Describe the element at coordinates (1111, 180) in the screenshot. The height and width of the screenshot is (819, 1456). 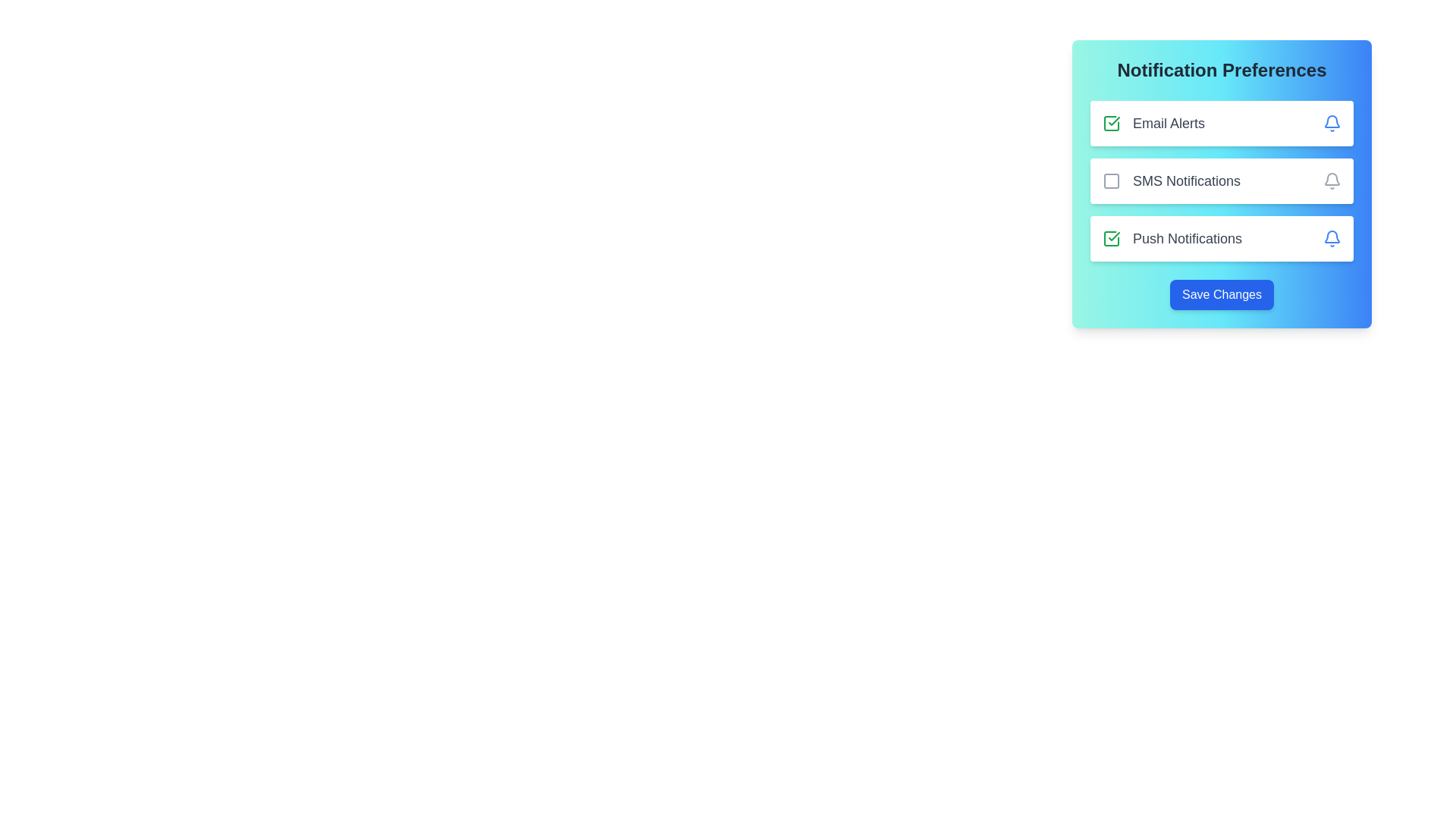
I see `the inner rectangle icon representing the status of the 'SMS Notifications' feature located in the middle row of the card` at that location.